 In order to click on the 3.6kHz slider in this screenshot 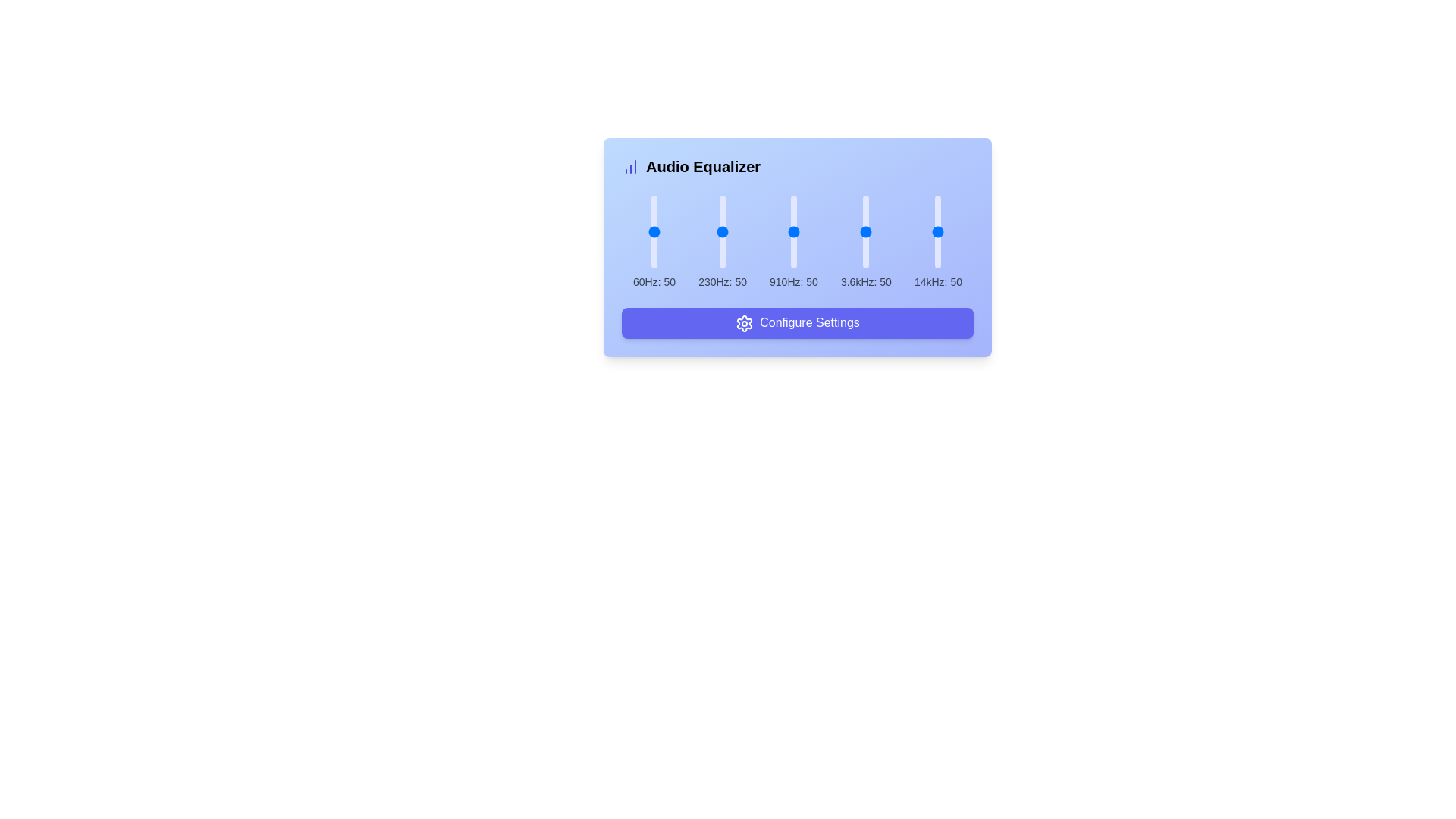, I will do `click(866, 239)`.